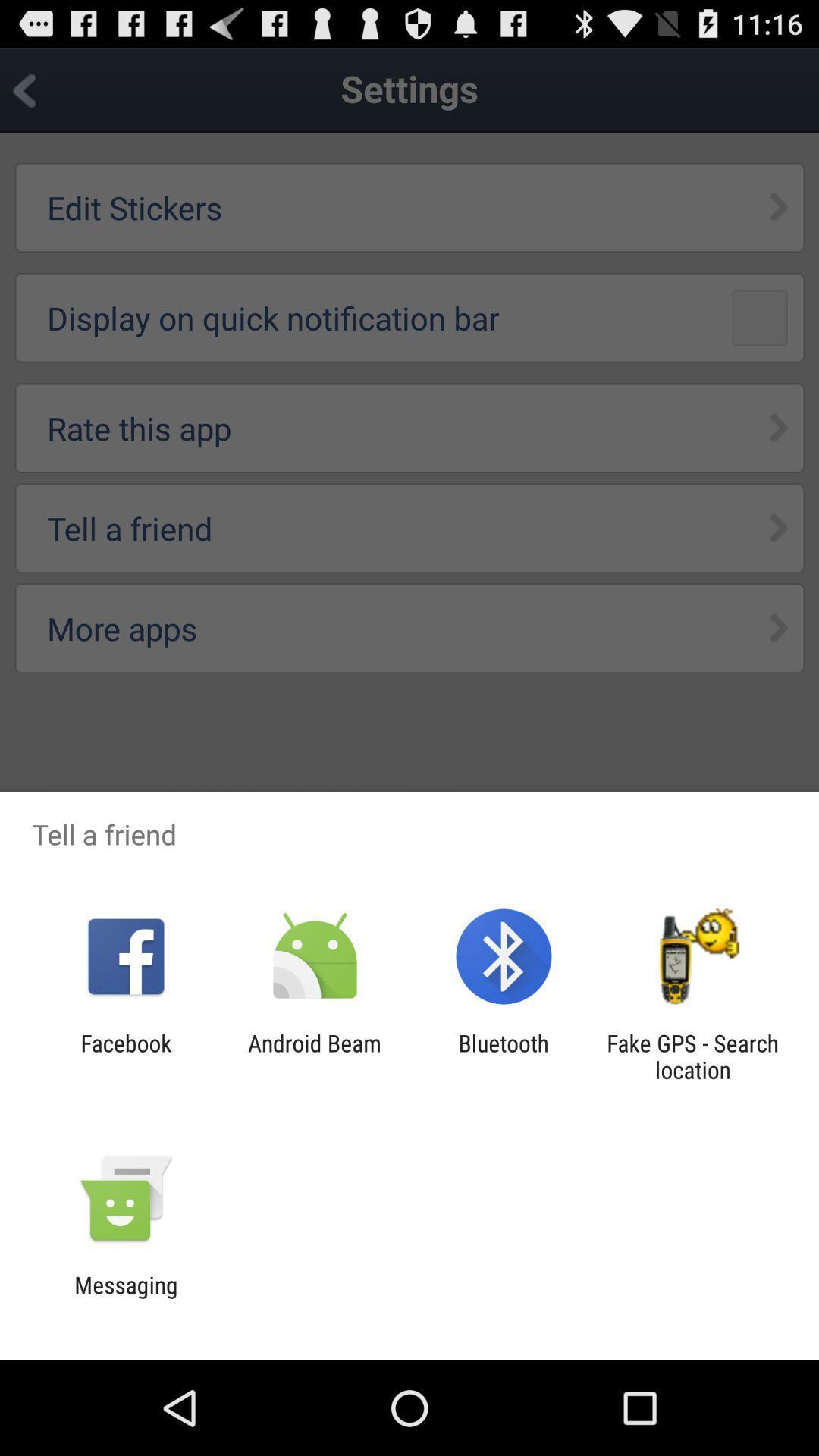 The width and height of the screenshot is (819, 1456). What do you see at coordinates (692, 1056) in the screenshot?
I see `app next to bluetooth` at bounding box center [692, 1056].